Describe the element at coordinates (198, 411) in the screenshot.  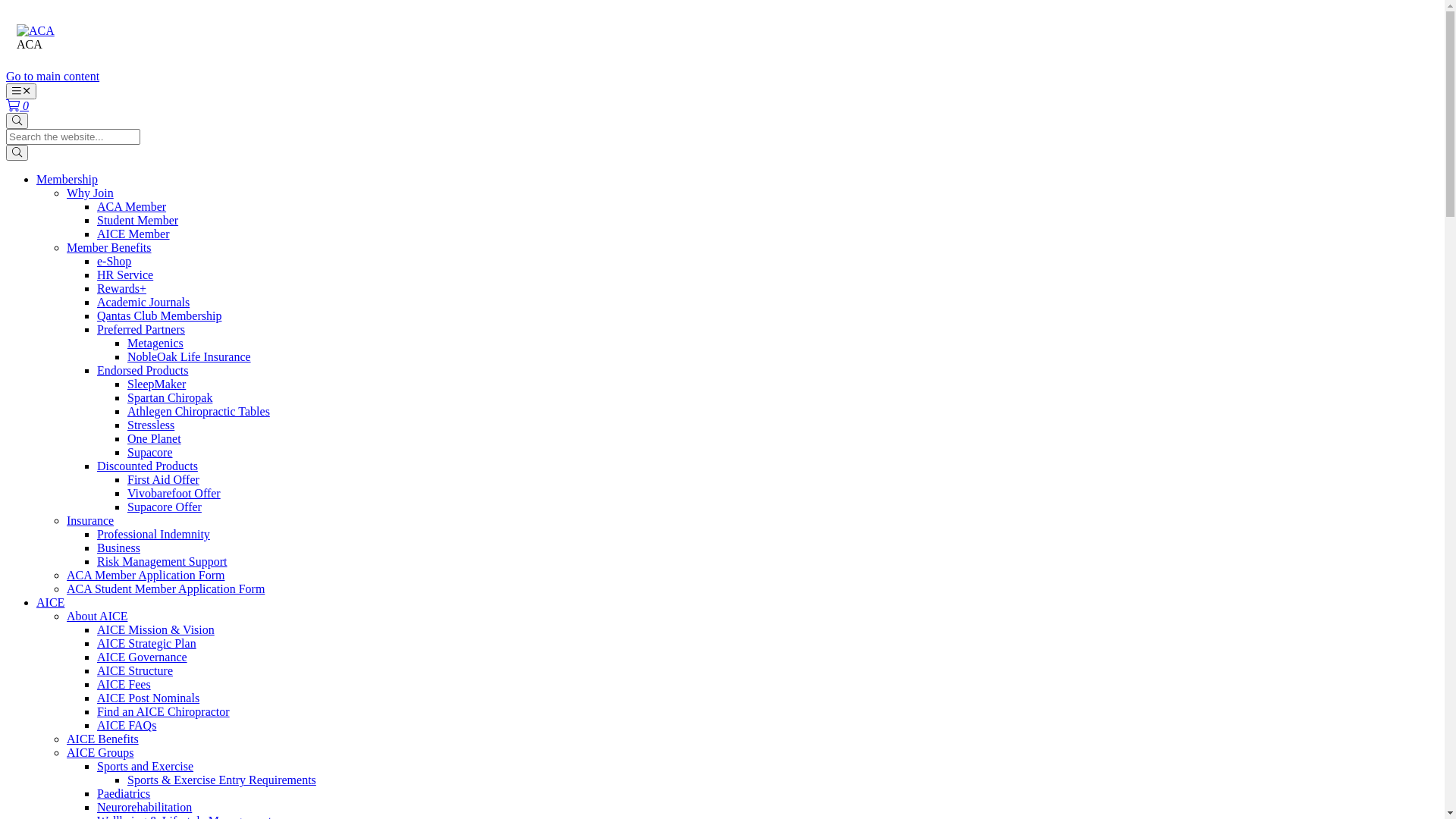
I see `'Athlegen Chiropractic Tables'` at that location.